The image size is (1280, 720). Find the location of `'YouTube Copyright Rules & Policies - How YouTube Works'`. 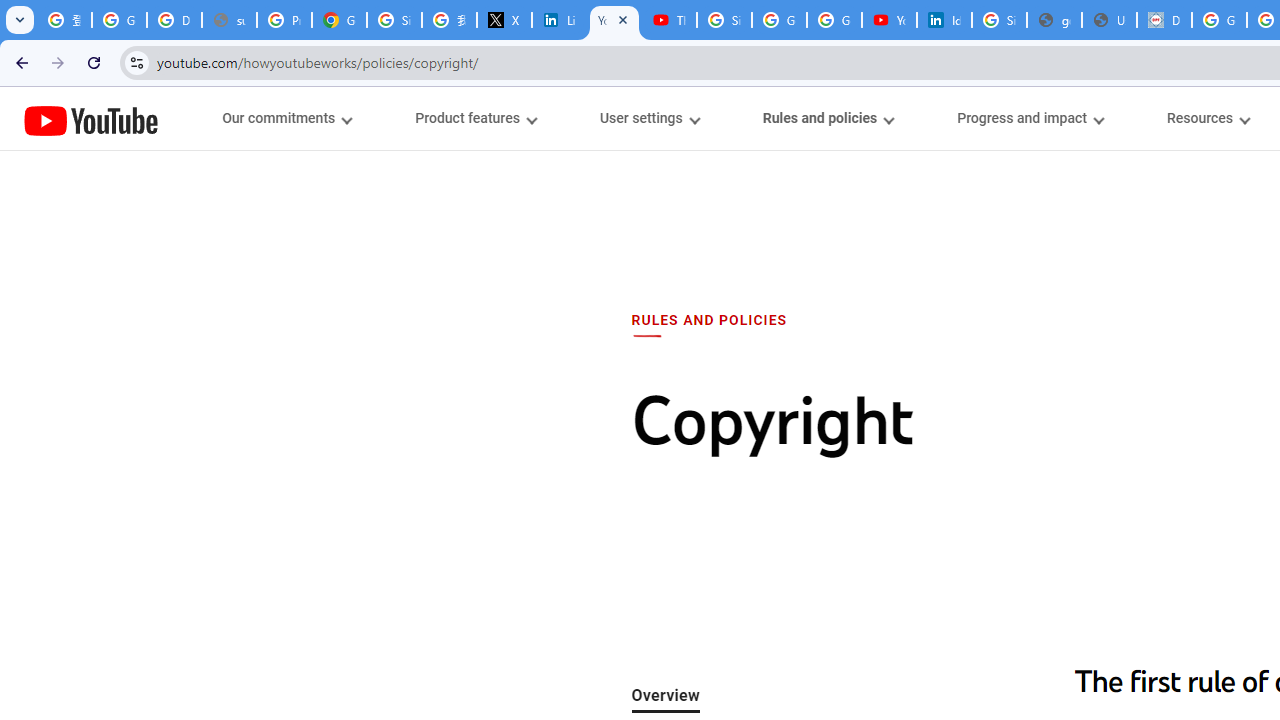

'YouTube Copyright Rules & Policies - How YouTube Works' is located at coordinates (614, 20).